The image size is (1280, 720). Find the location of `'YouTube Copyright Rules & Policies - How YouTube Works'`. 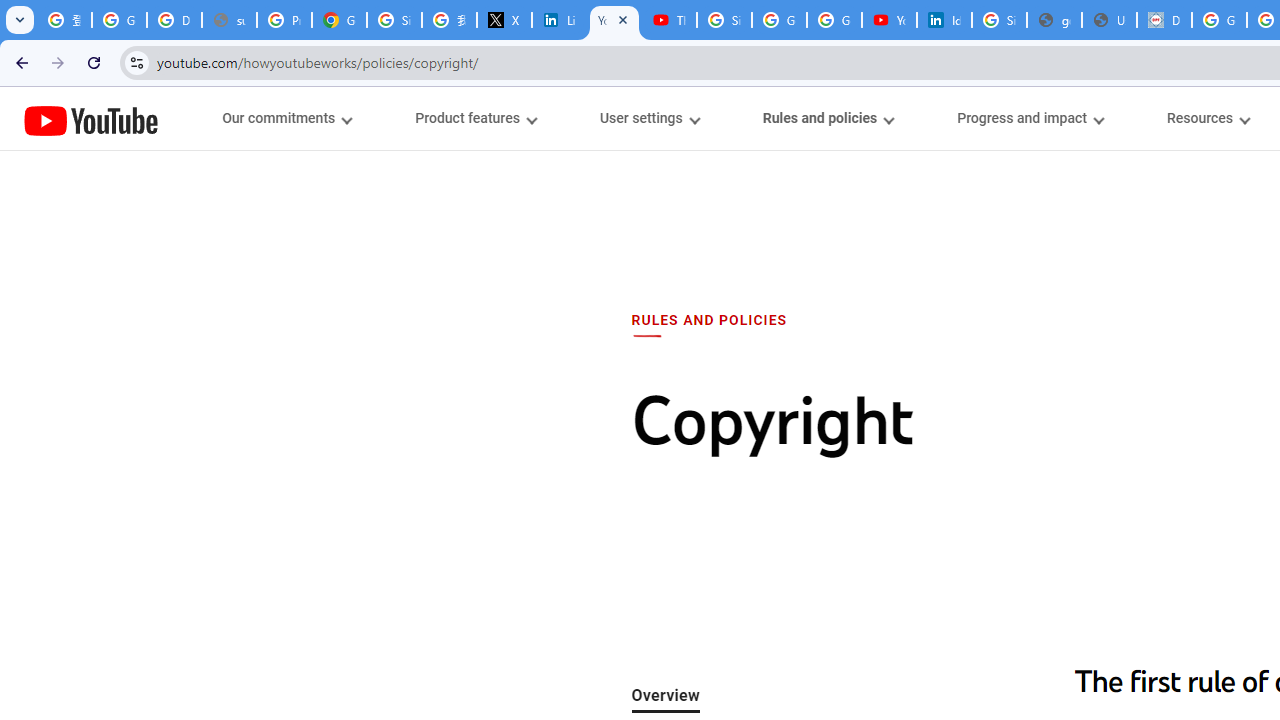

'YouTube Copyright Rules & Policies - How YouTube Works' is located at coordinates (614, 20).